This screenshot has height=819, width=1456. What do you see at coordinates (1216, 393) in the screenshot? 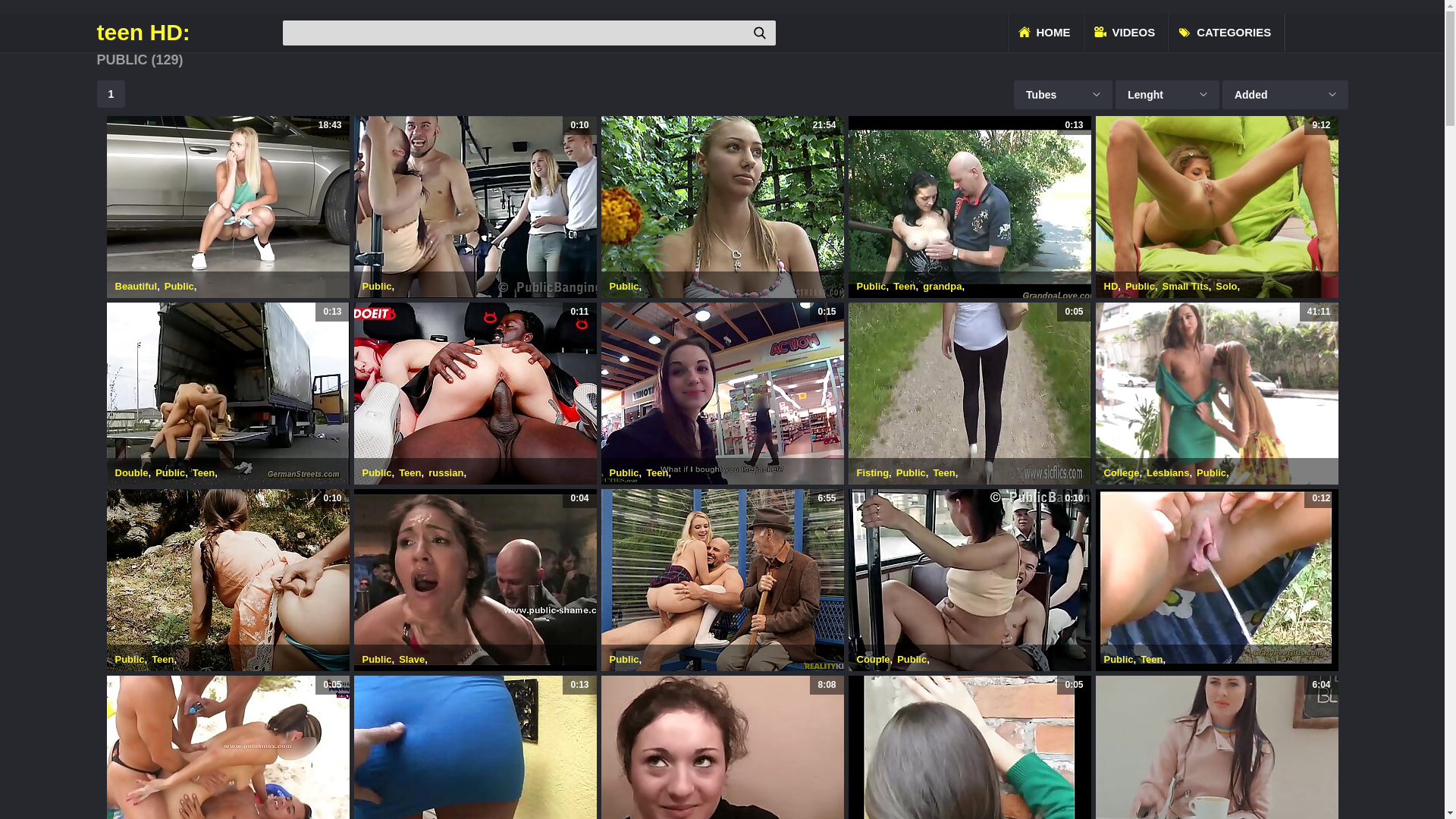
I see `'41:11'` at bounding box center [1216, 393].